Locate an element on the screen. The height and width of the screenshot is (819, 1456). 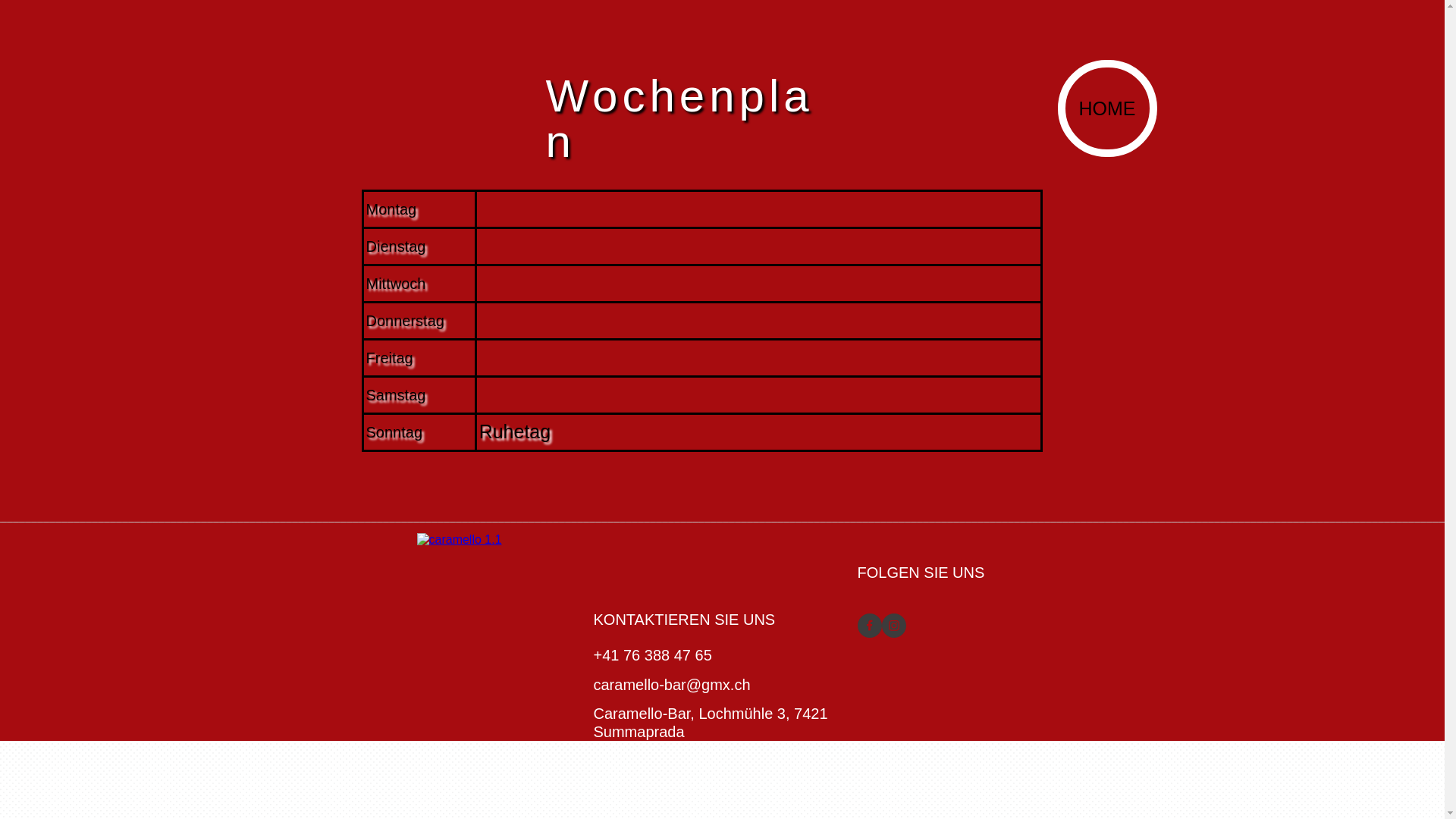
'+41 76 388 47 65' is located at coordinates (651, 654).